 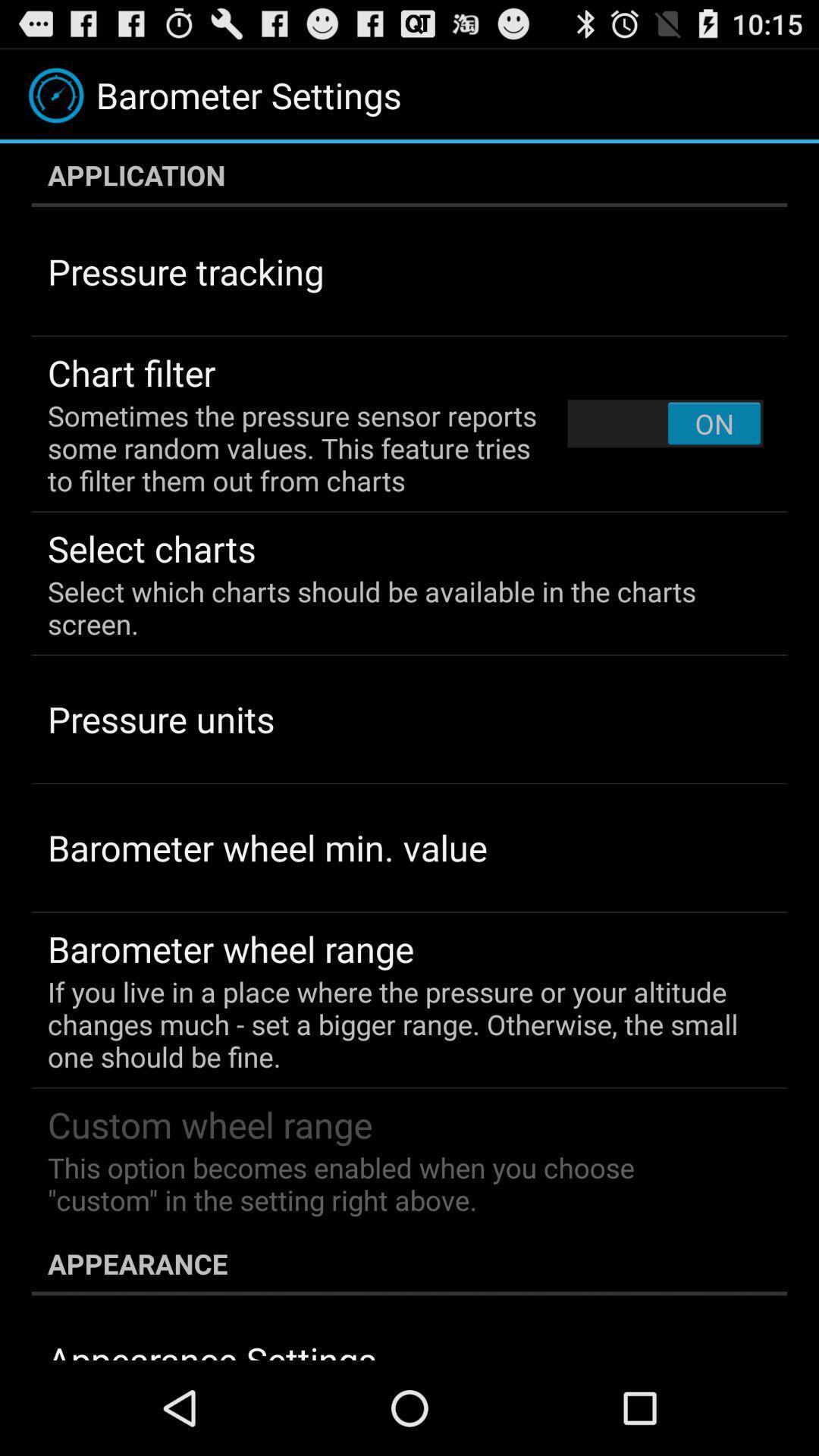 I want to click on if you live, so click(x=398, y=1024).